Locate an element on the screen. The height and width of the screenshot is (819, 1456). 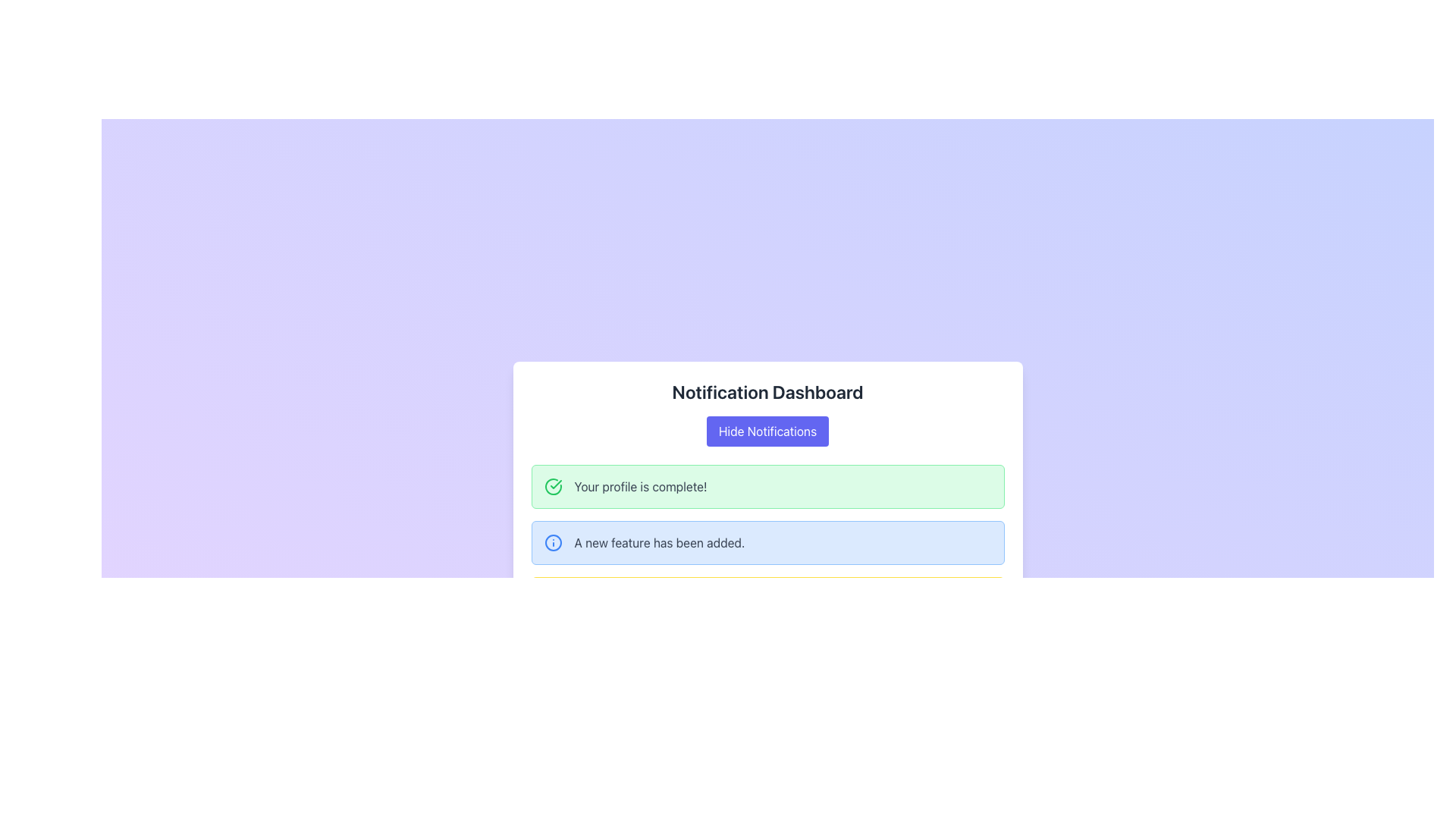
the second notification card in the vertical list, which informs the user about the addition of a new feature, located below 'Your profile is complete!' and above 'You have new notifications.' is located at coordinates (767, 570).